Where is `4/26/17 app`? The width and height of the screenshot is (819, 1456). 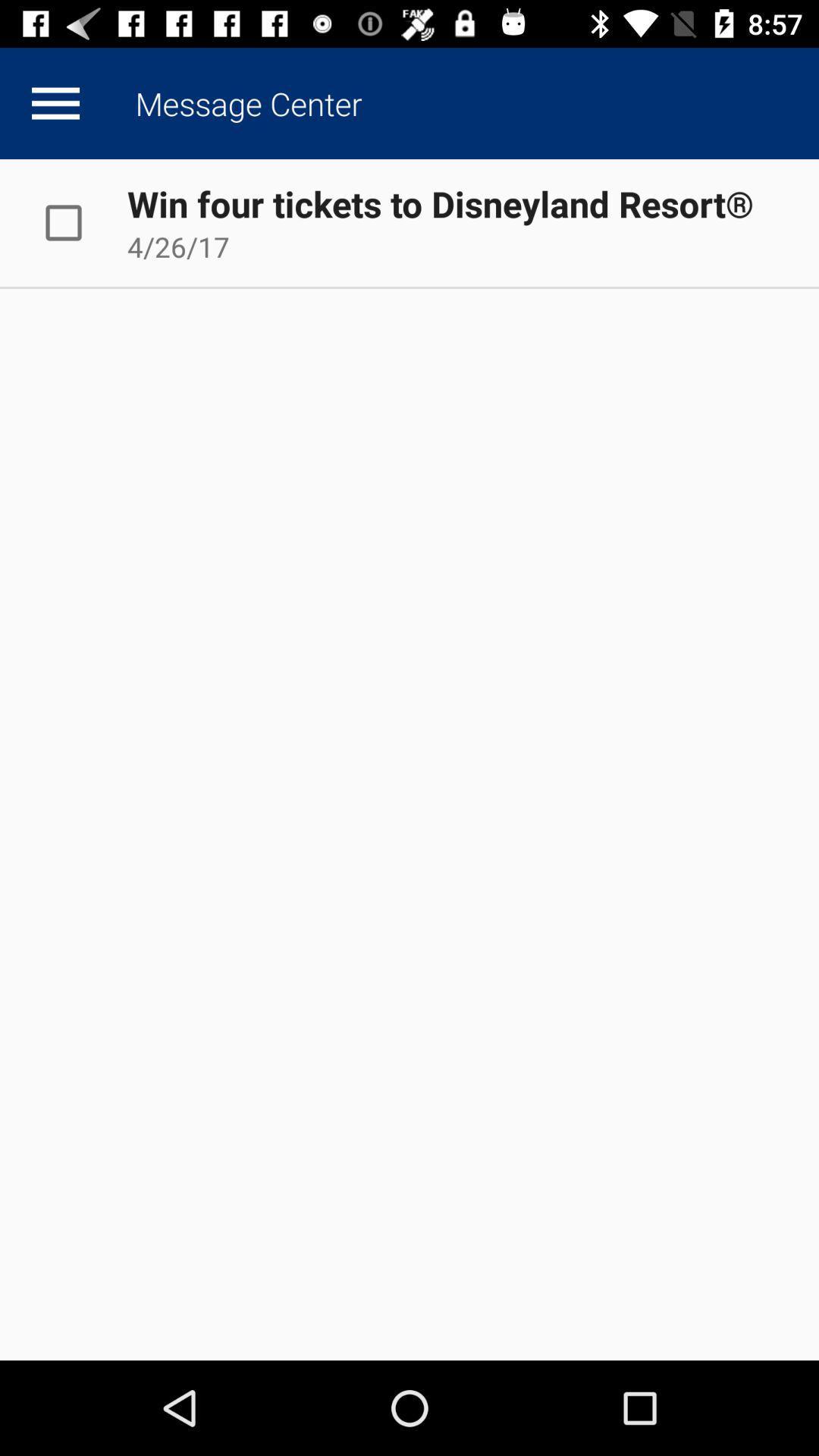 4/26/17 app is located at coordinates (177, 246).